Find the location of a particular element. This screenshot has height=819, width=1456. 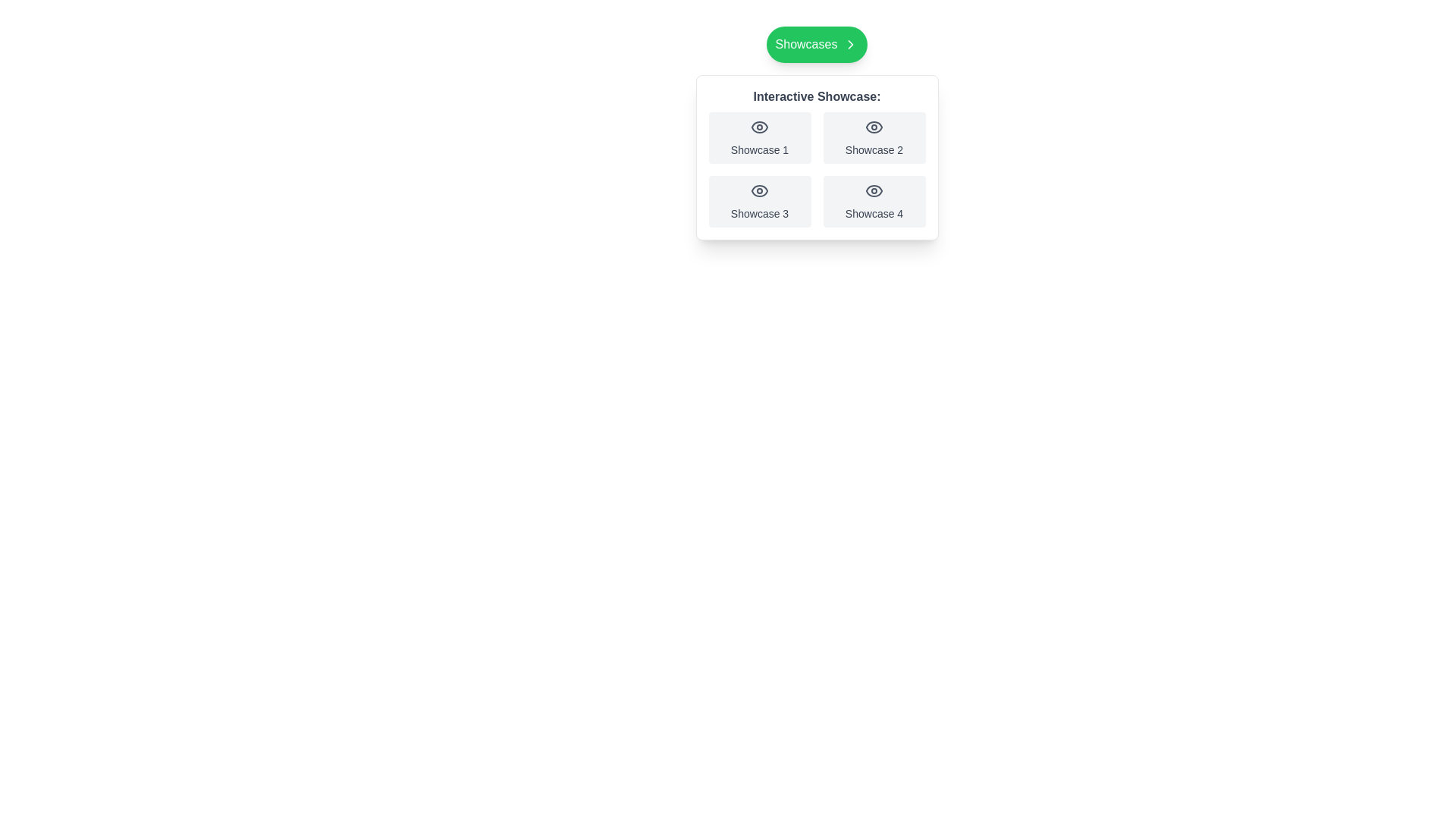

the first interactive card element titled 'Showcase 1', which has a light gray background and an eye icon at the center top is located at coordinates (760, 137).